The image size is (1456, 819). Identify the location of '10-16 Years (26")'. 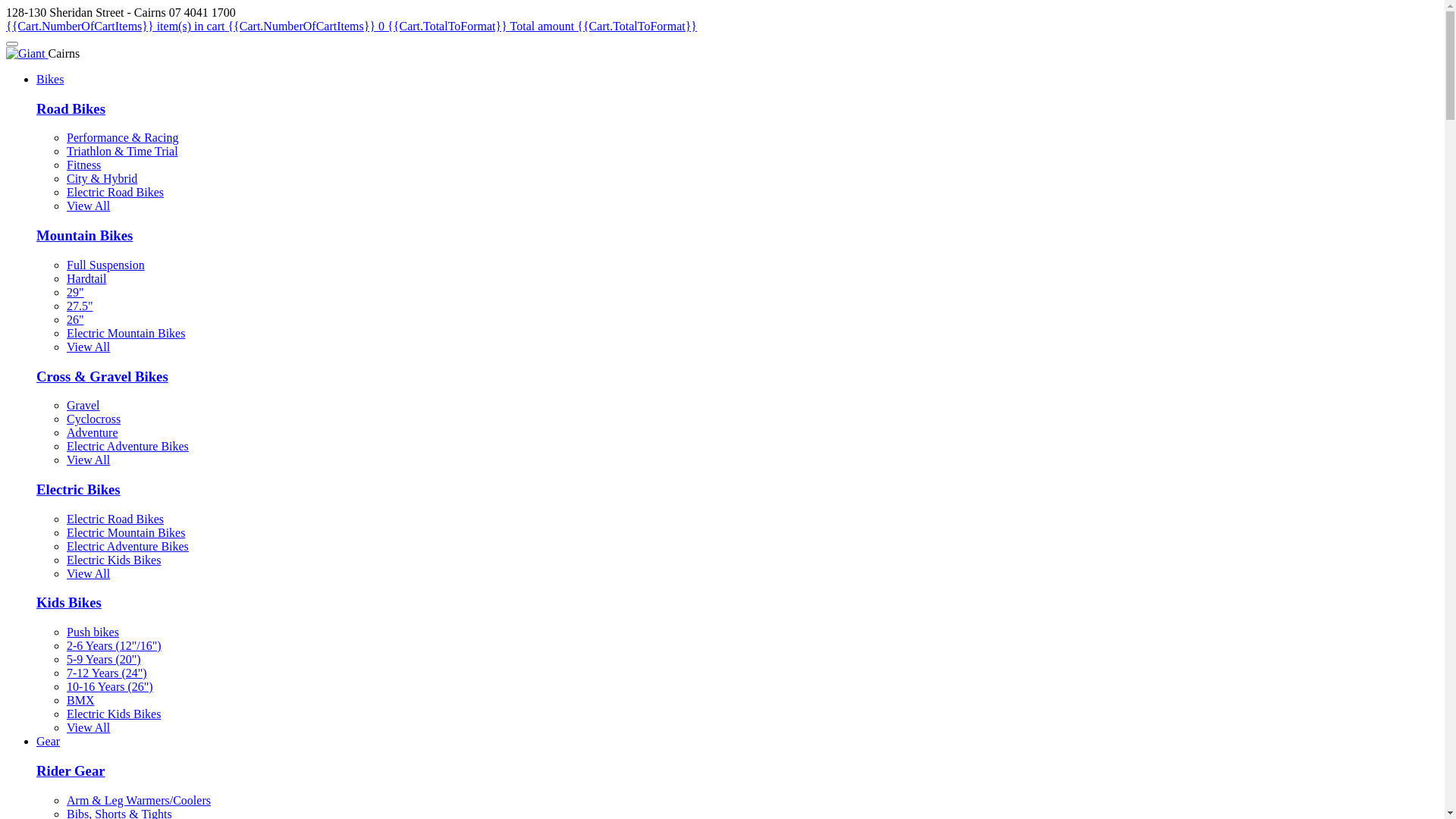
(108, 686).